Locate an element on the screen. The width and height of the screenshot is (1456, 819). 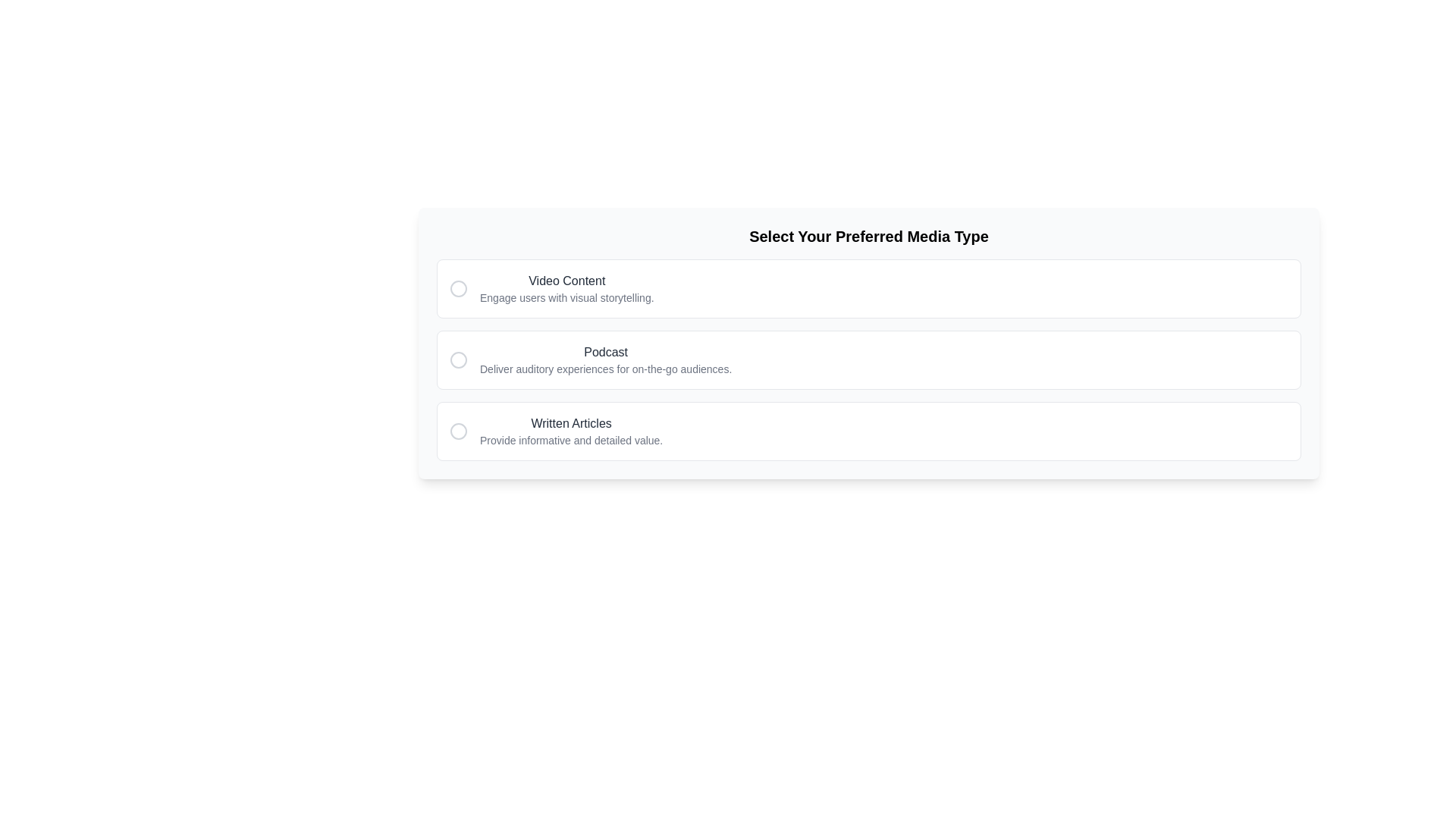
the informational text block about the 'Podcast' media type is located at coordinates (605, 359).